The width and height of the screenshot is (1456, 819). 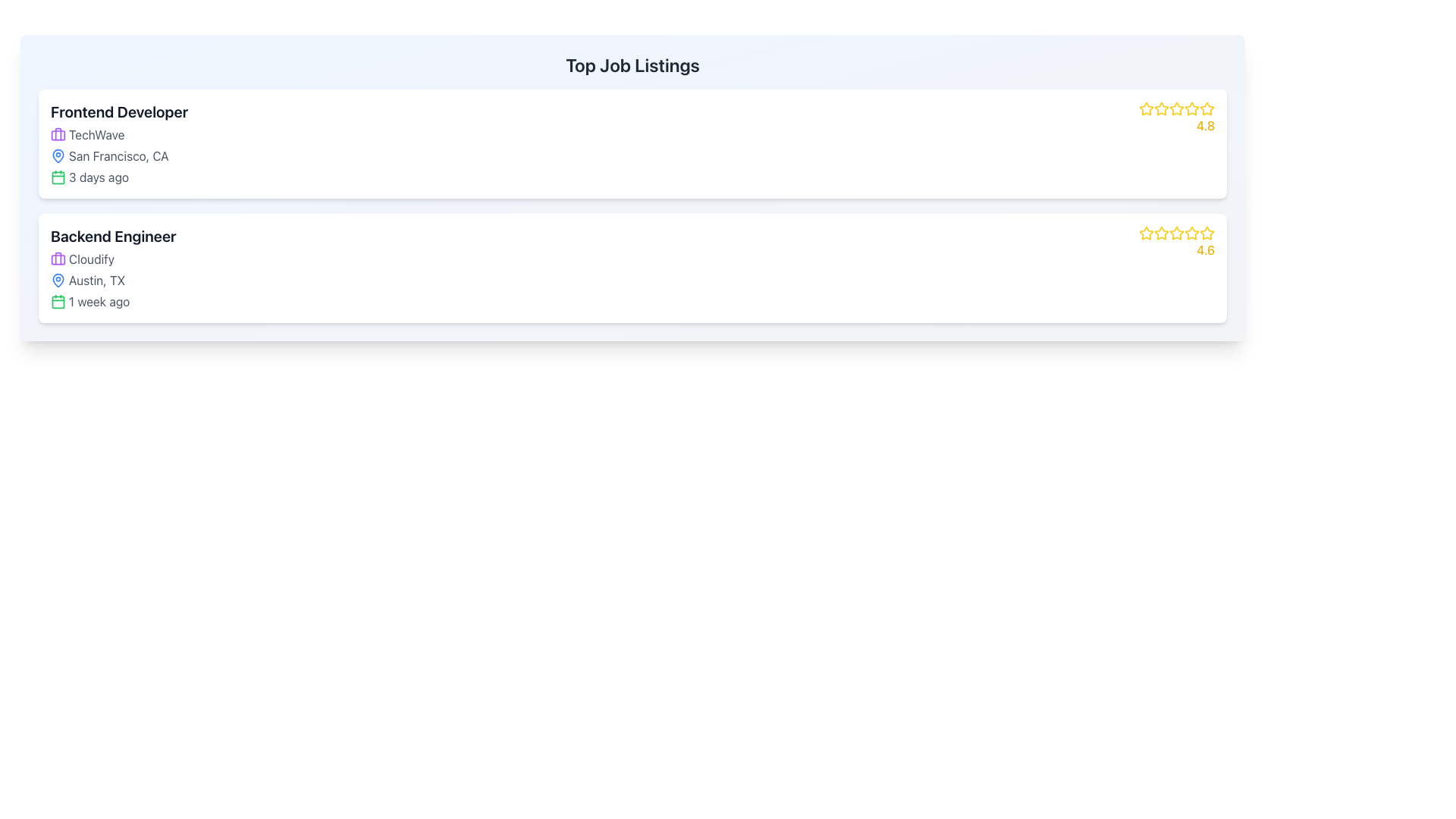 I want to click on the second star icon in the rating system, which is a hollow yellow star next to the '4.6' rating for the 'Backend Engineer' listing, so click(x=1160, y=233).